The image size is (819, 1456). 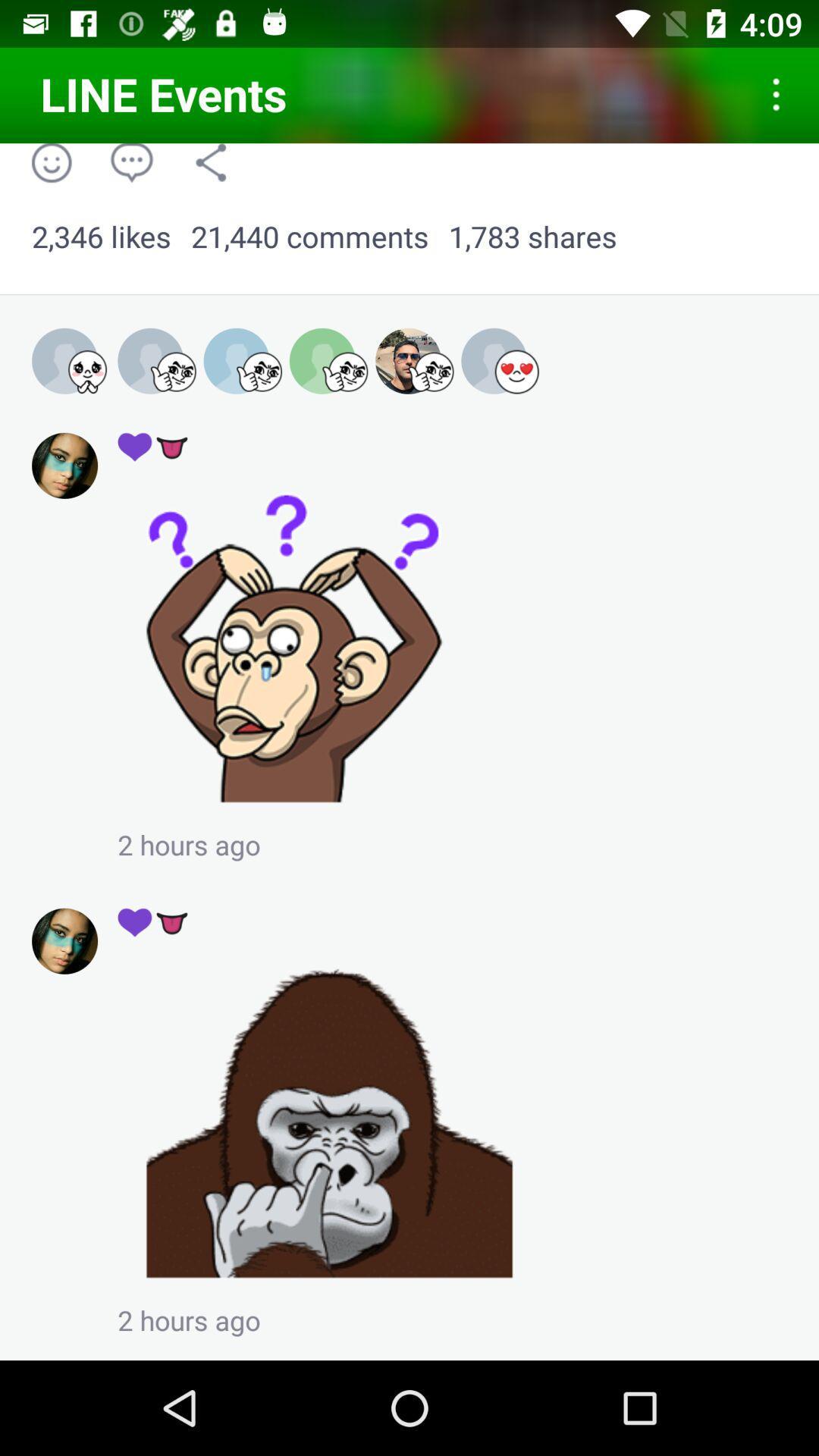 What do you see at coordinates (153, 445) in the screenshot?
I see `move to the second symbol in the second line below the text 2346 likes` at bounding box center [153, 445].